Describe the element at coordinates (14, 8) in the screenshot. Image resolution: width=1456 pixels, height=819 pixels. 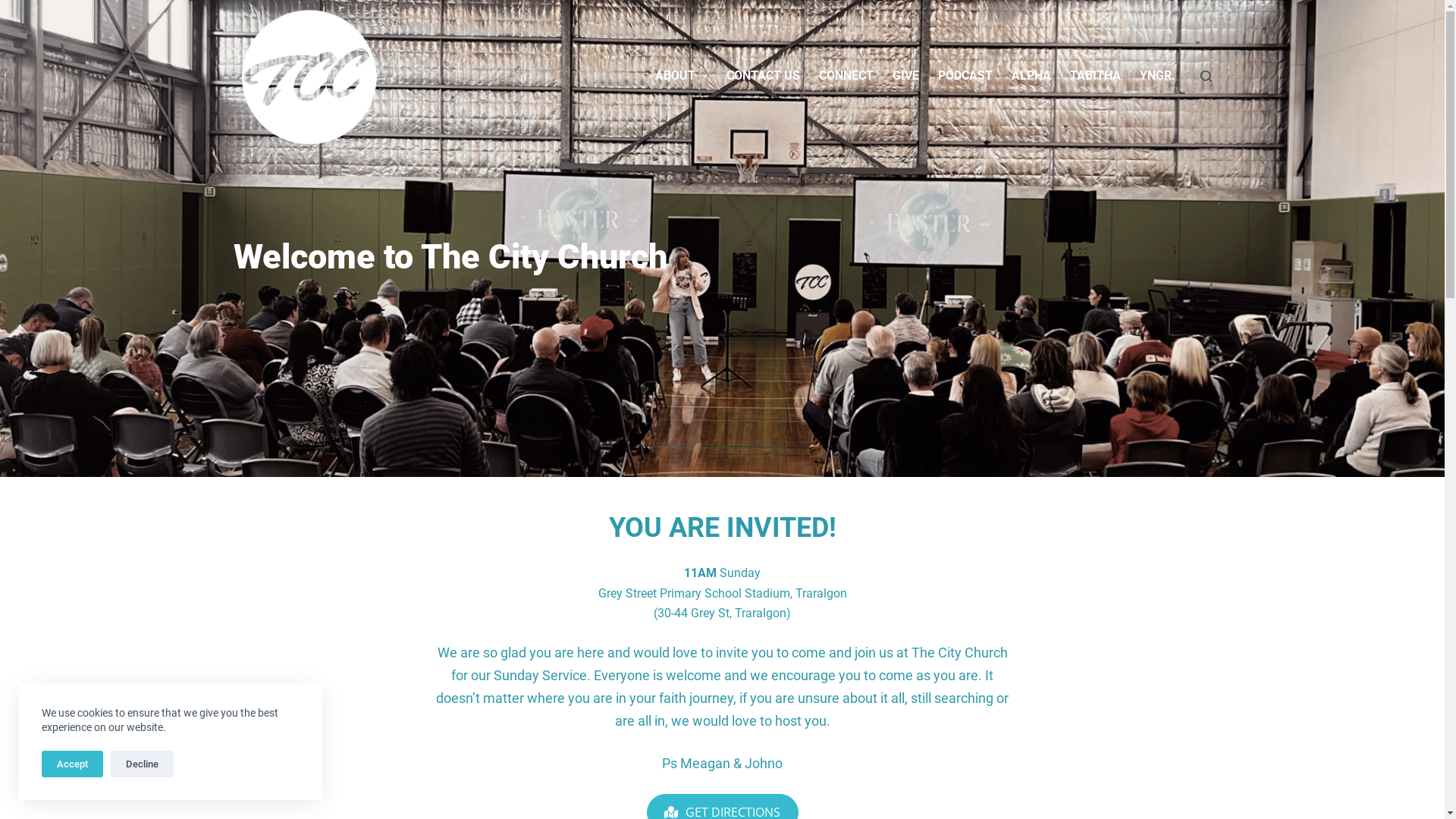
I see `'Skip to content'` at that location.